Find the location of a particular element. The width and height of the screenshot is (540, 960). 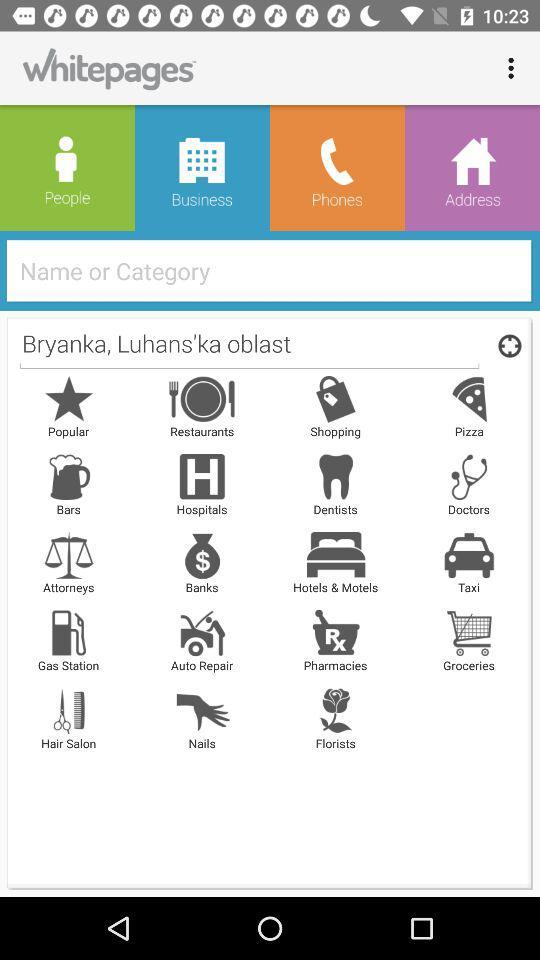

the item next to the bryanka luhans ka item is located at coordinates (505, 345).